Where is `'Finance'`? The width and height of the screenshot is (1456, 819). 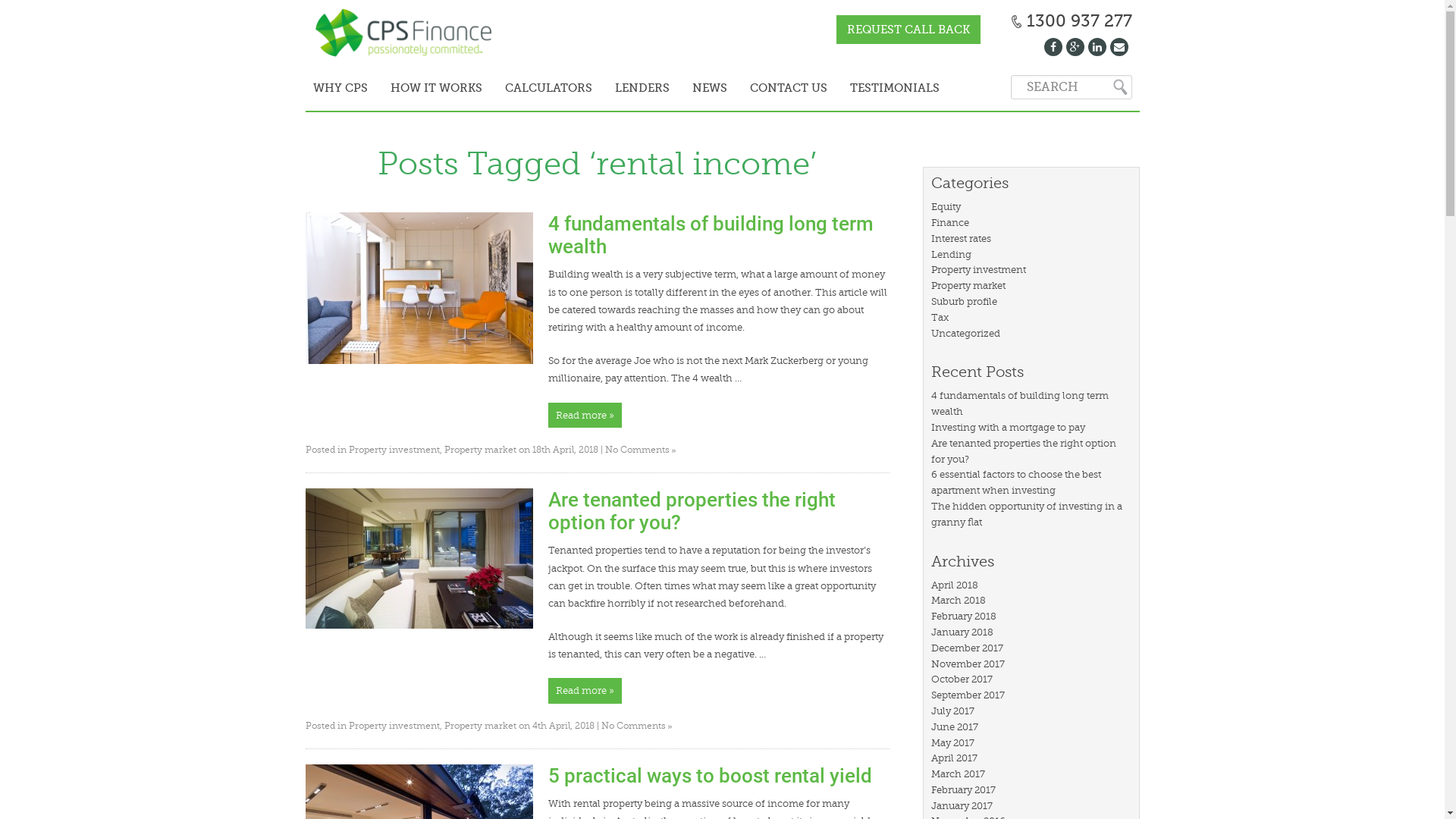
'Finance' is located at coordinates (949, 222).